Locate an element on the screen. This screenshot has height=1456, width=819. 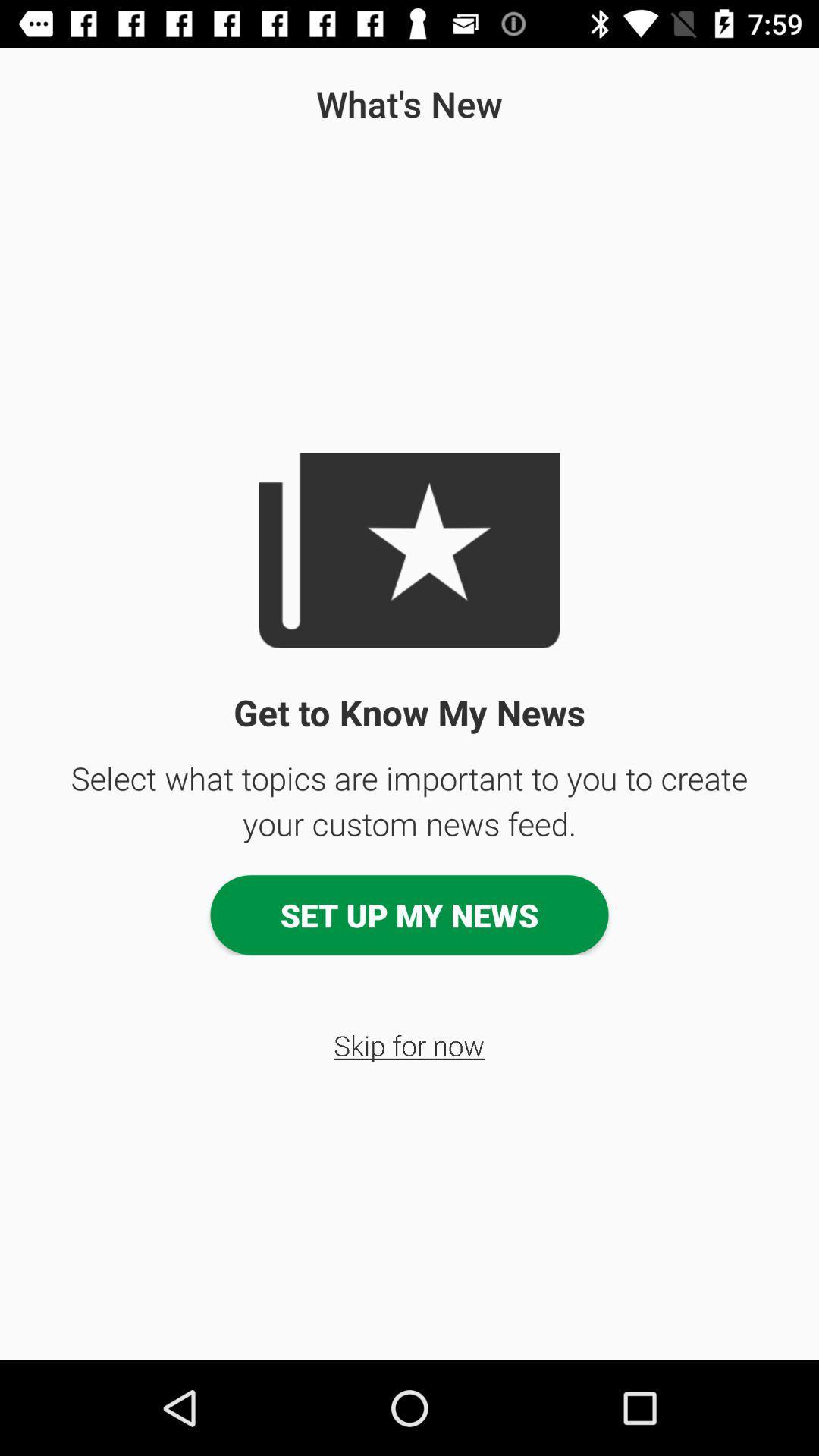
app above the skip for now is located at coordinates (409, 914).